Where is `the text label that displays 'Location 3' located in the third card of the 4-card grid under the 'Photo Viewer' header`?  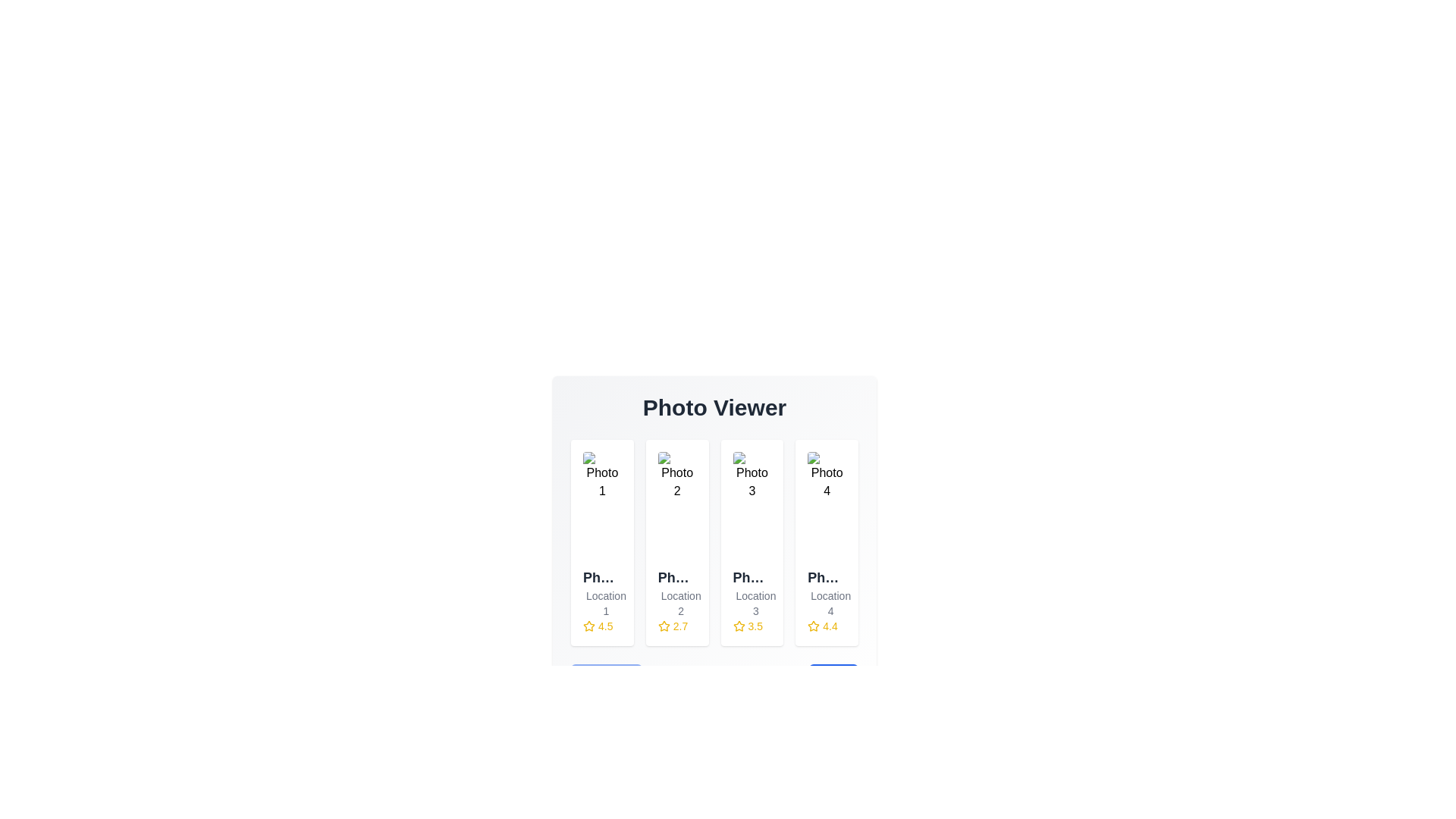 the text label that displays 'Location 3' located in the third card of the 4-card grid under the 'Photo Viewer' header is located at coordinates (752, 602).